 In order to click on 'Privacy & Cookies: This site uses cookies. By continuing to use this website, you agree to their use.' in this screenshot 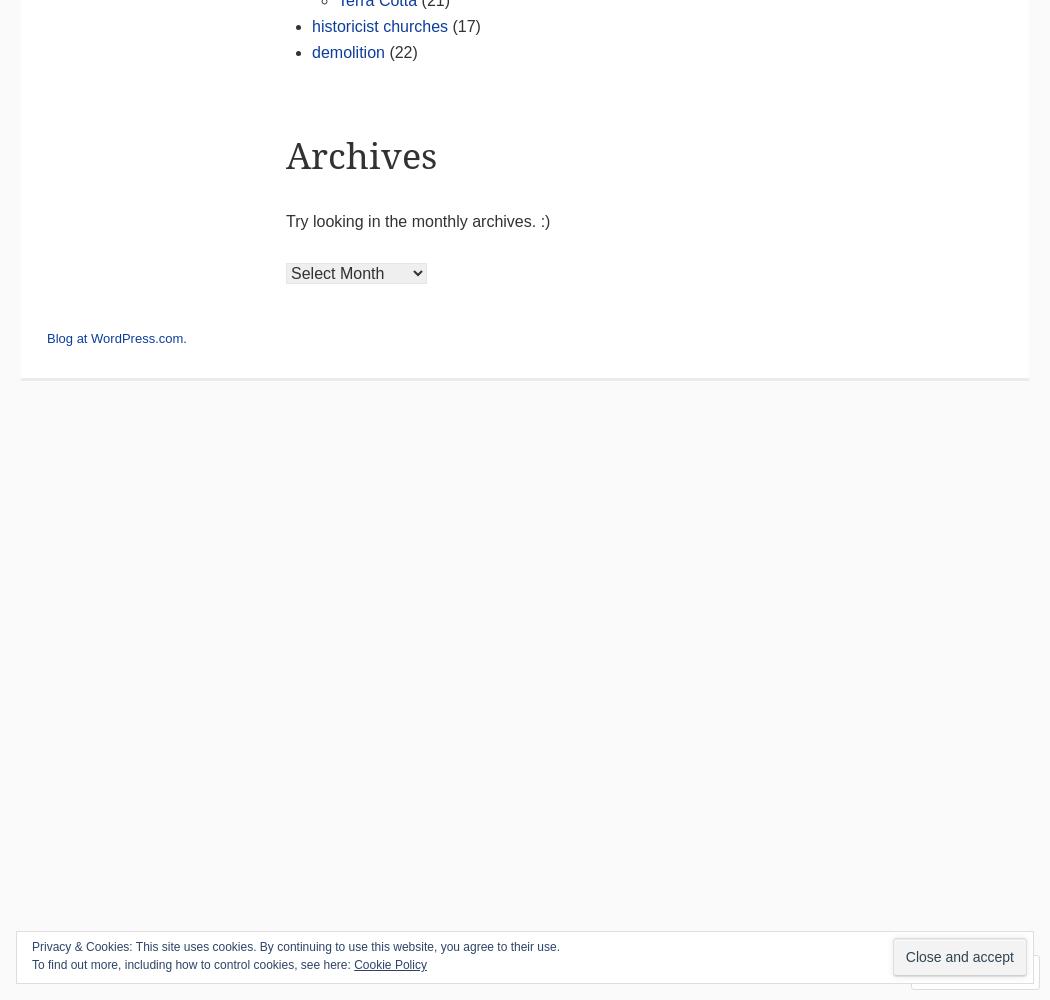, I will do `click(294, 946)`.